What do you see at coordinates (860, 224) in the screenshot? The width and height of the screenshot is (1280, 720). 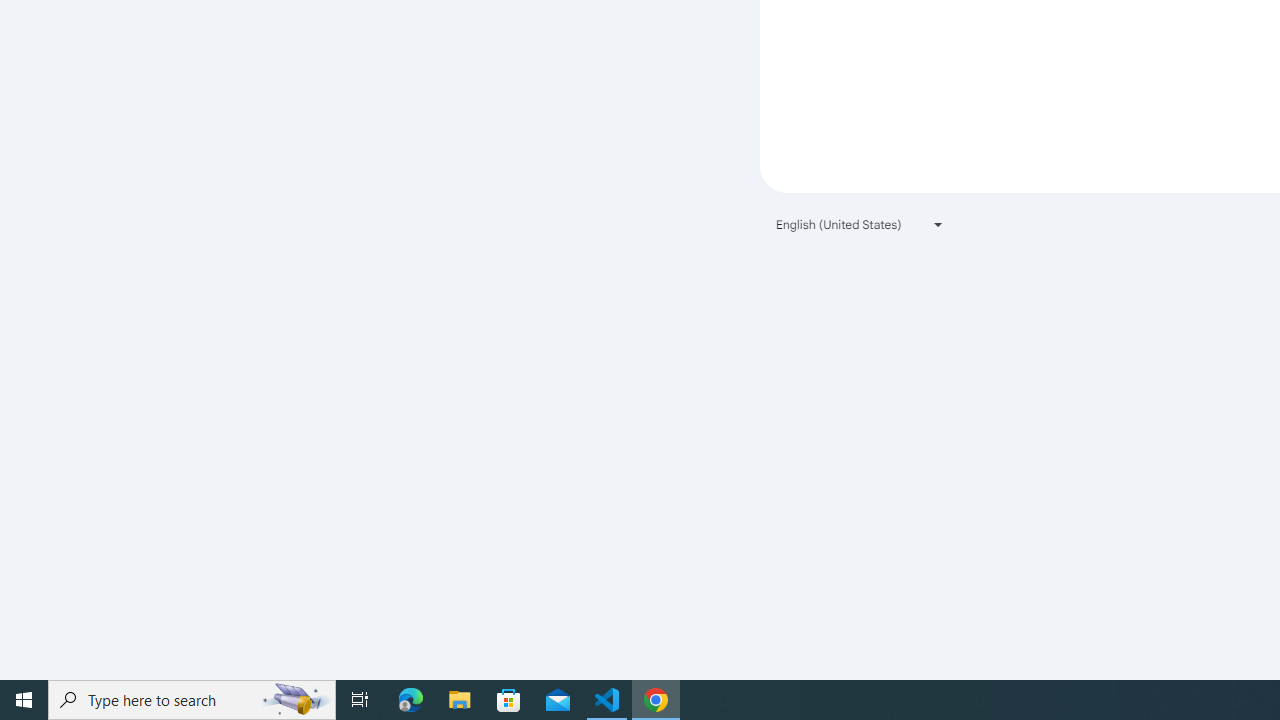 I see `'English (United States)'` at bounding box center [860, 224].